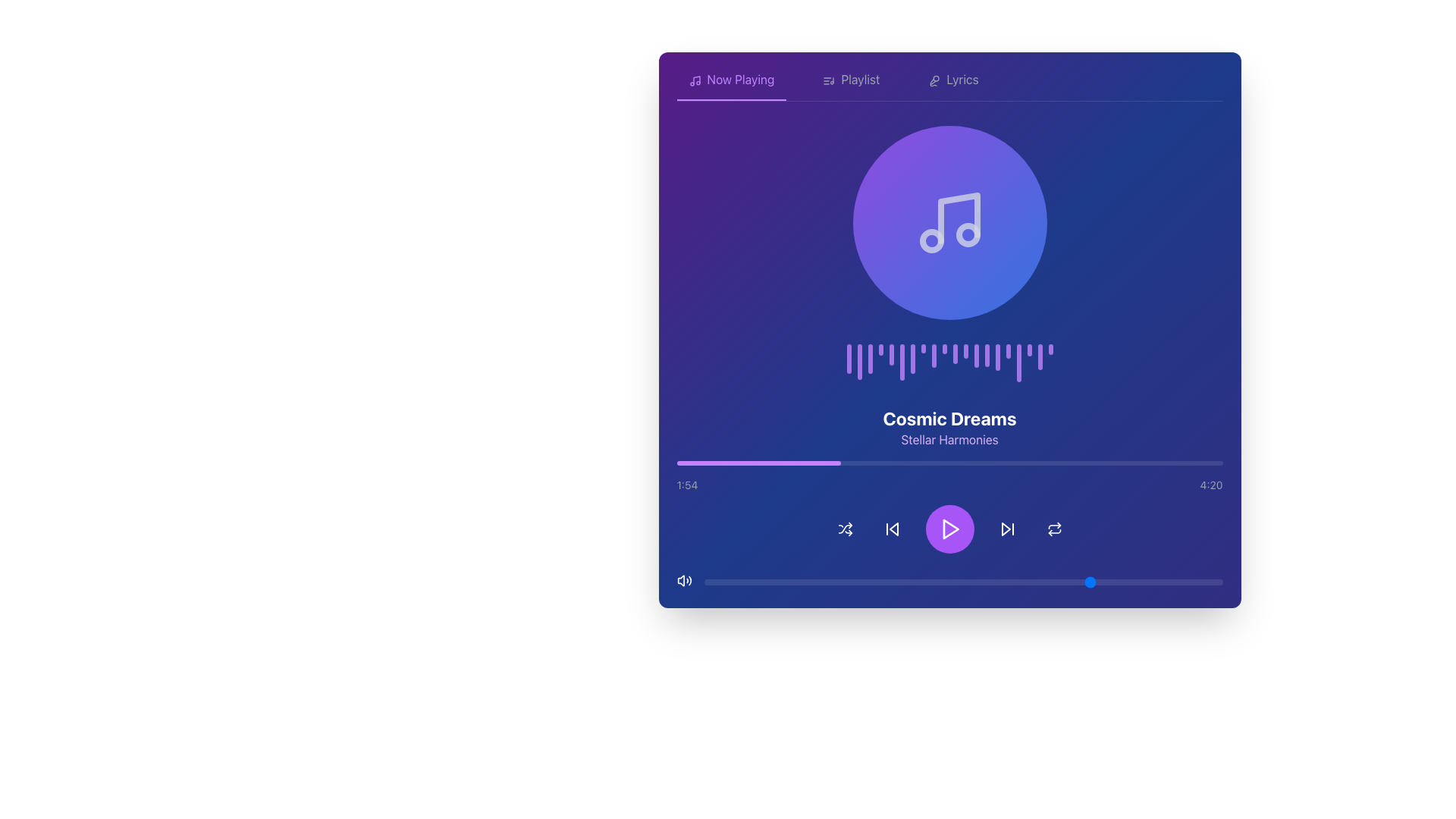 The height and width of the screenshot is (819, 1456). Describe the element at coordinates (954, 354) in the screenshot. I see `the 11th vertical Visualization bar in the music player interface, which indicates a specific value or activity associated with the music being played` at that location.